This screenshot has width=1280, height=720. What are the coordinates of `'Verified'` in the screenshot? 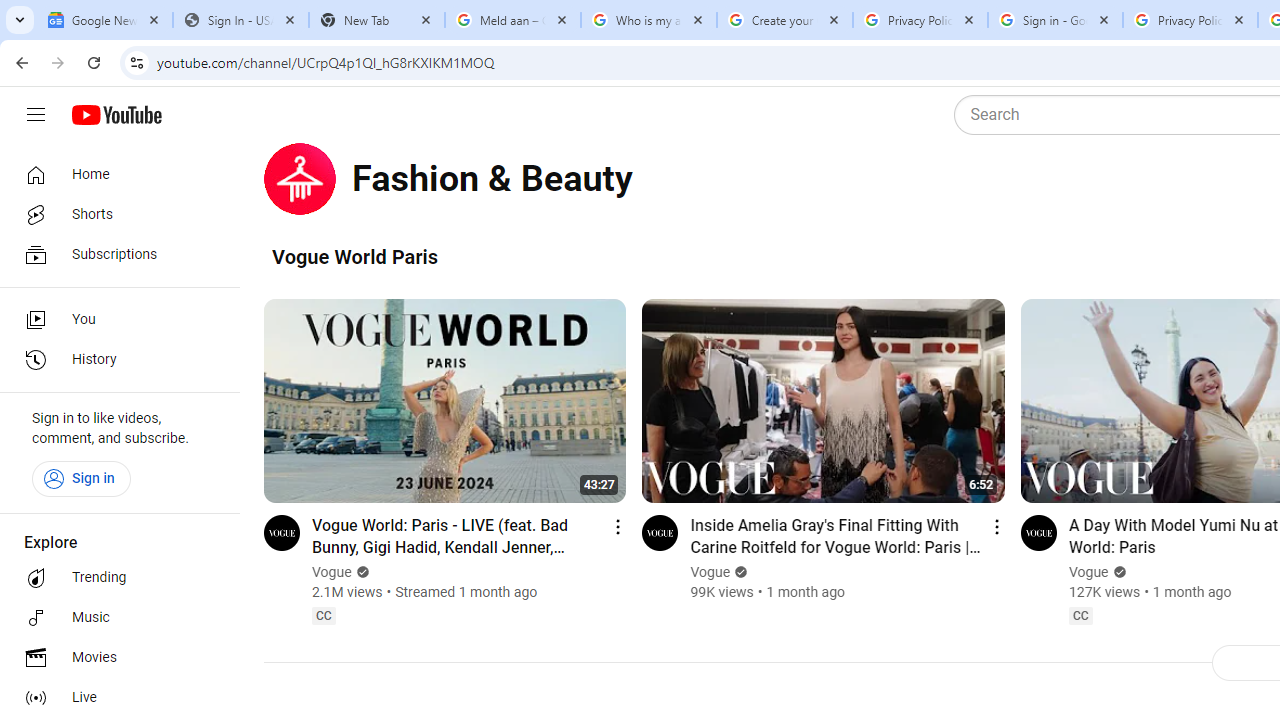 It's located at (1116, 572).